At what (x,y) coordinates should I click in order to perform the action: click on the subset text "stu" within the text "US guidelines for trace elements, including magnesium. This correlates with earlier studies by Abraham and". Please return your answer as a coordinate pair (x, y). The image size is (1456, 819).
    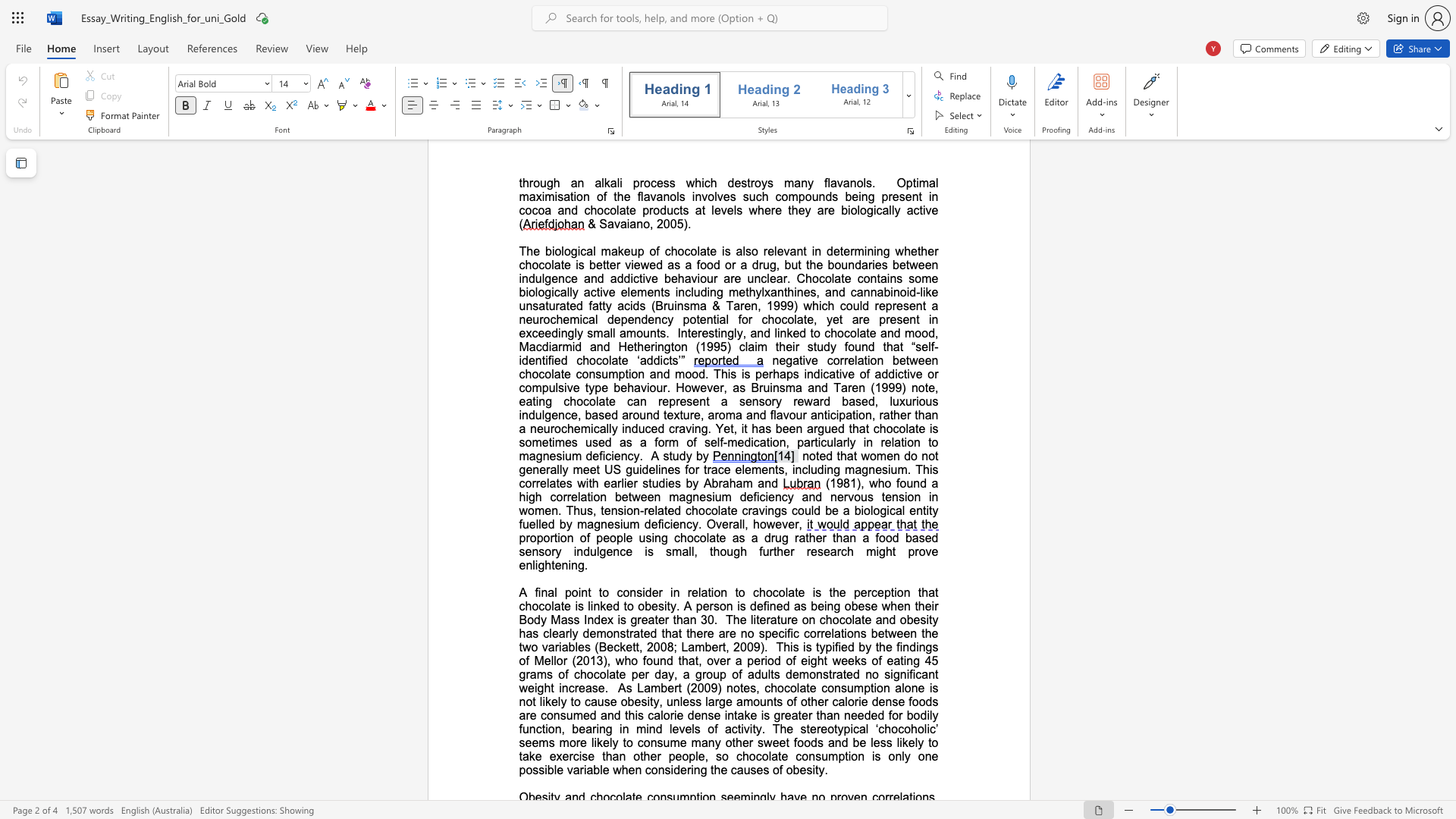
    Looking at the image, I should click on (642, 483).